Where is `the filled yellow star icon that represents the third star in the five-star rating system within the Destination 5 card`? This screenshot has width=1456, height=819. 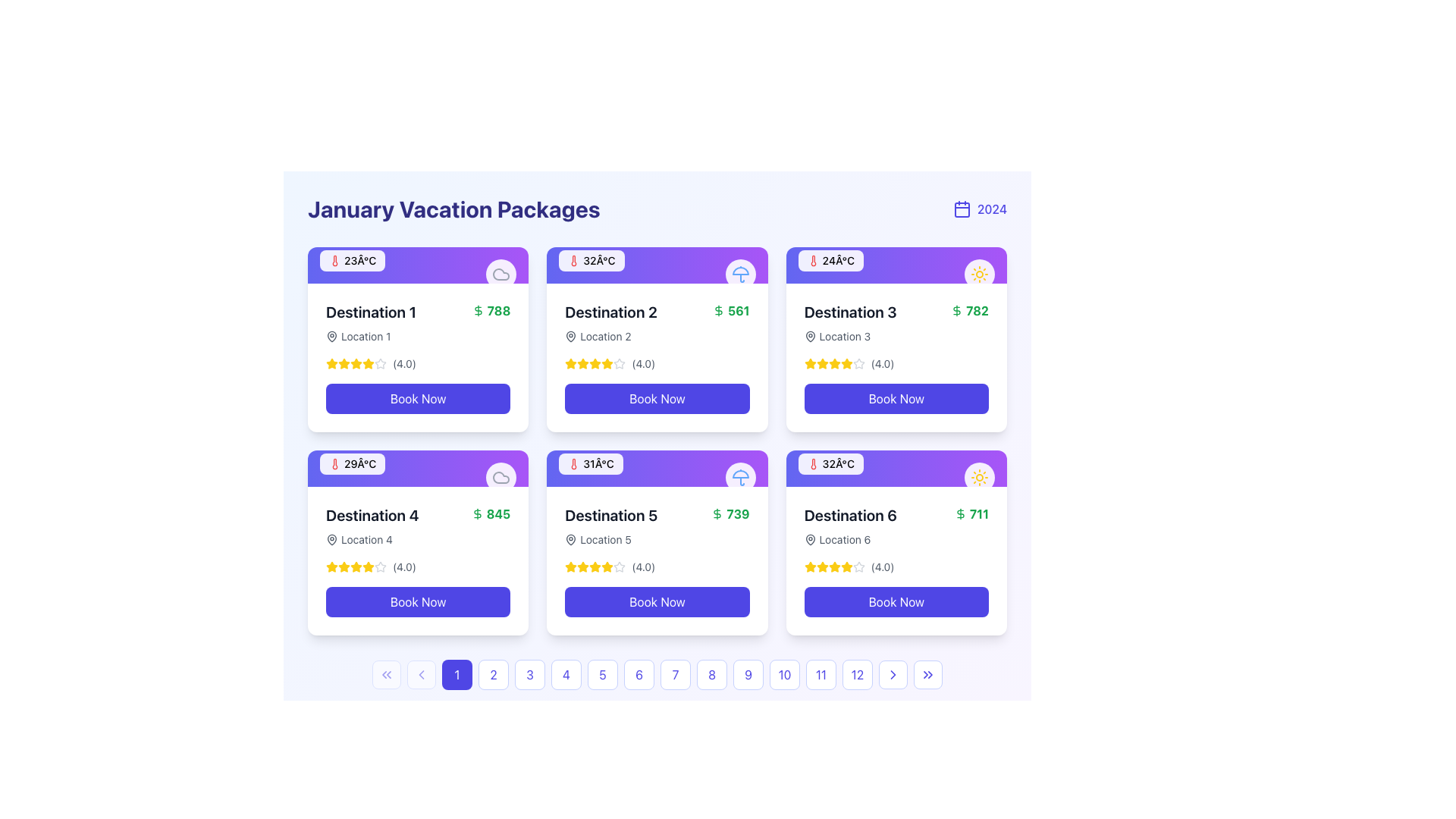 the filled yellow star icon that represents the third star in the five-star rating system within the Destination 5 card is located at coordinates (607, 566).